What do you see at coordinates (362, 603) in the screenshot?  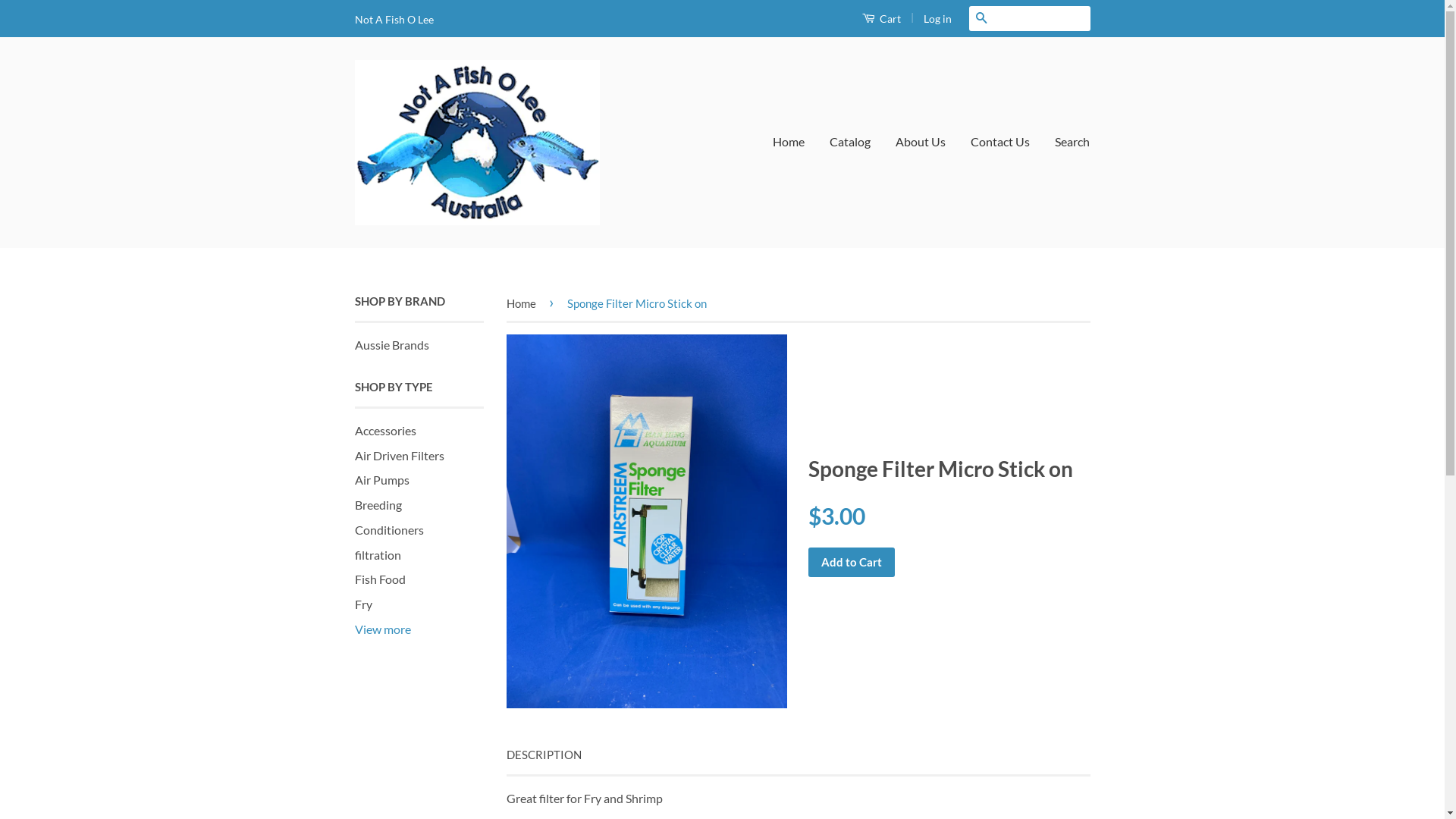 I see `'Fry'` at bounding box center [362, 603].